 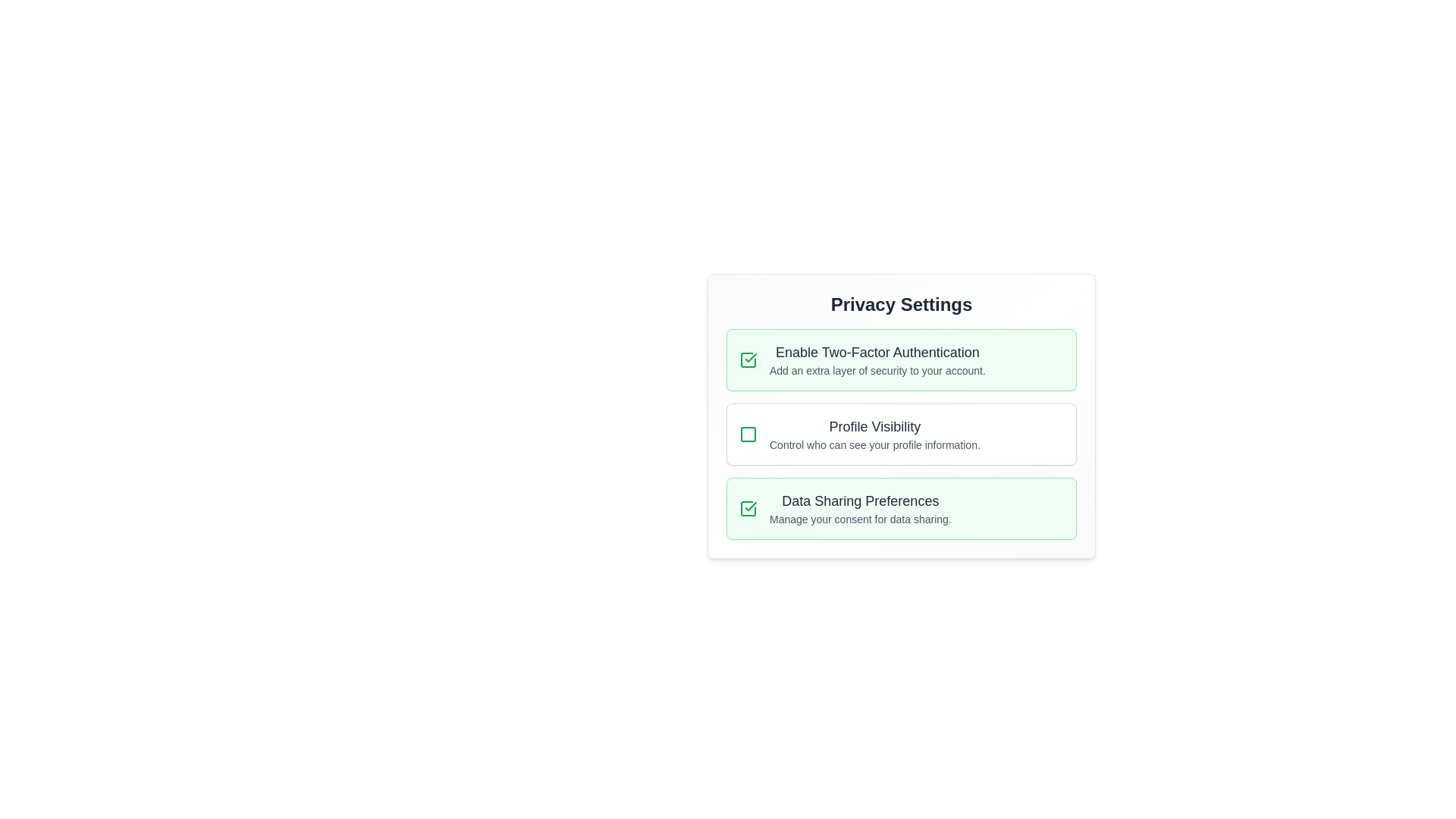 I want to click on the checkbox icon located to the left of the text 'Data Sharing Preferences' in the third section under 'Privacy Settings', so click(x=748, y=509).